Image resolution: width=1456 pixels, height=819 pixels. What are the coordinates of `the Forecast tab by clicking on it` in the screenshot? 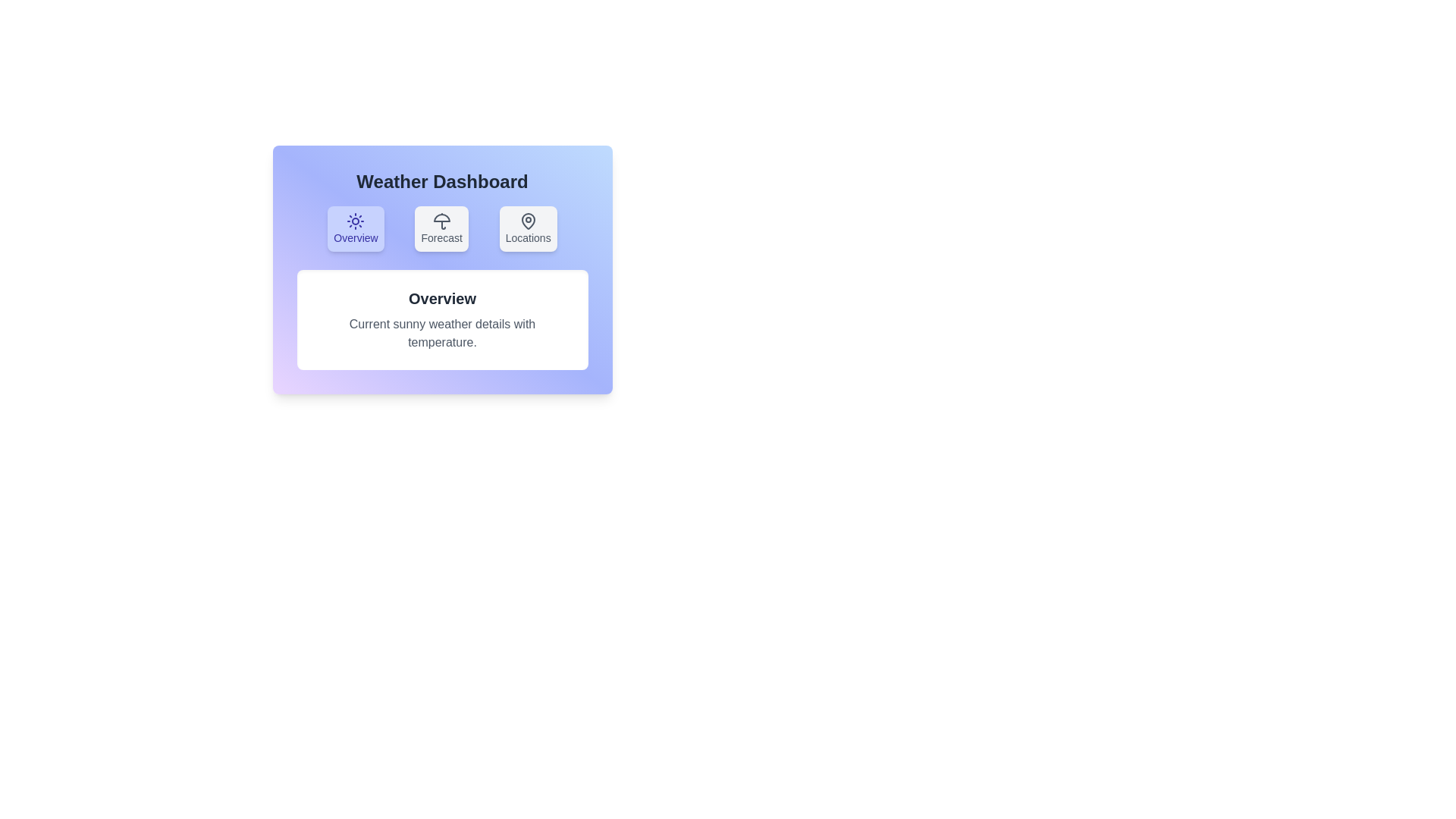 It's located at (441, 228).